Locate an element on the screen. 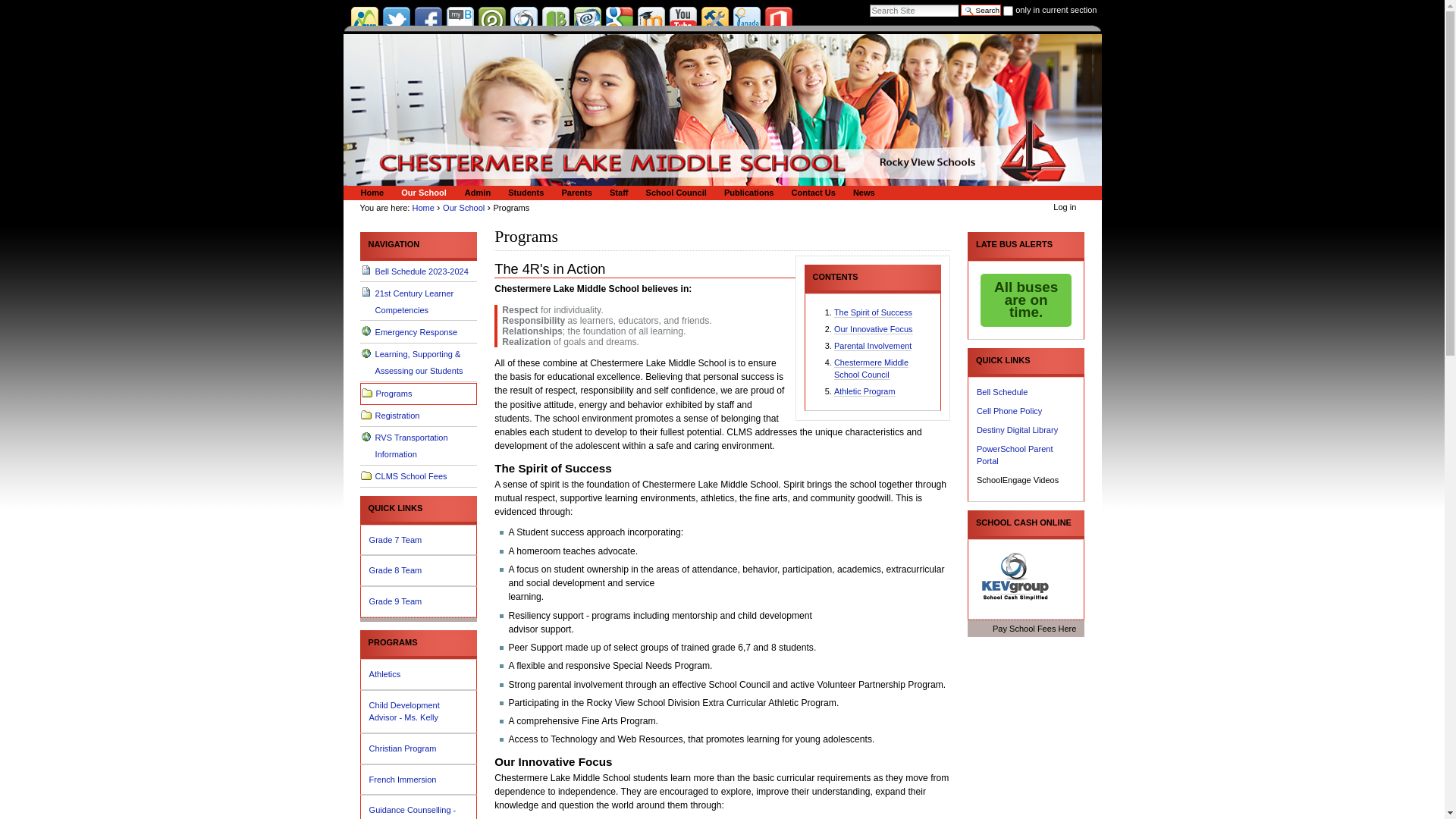  'Facebook' is located at coordinates (426, 20).